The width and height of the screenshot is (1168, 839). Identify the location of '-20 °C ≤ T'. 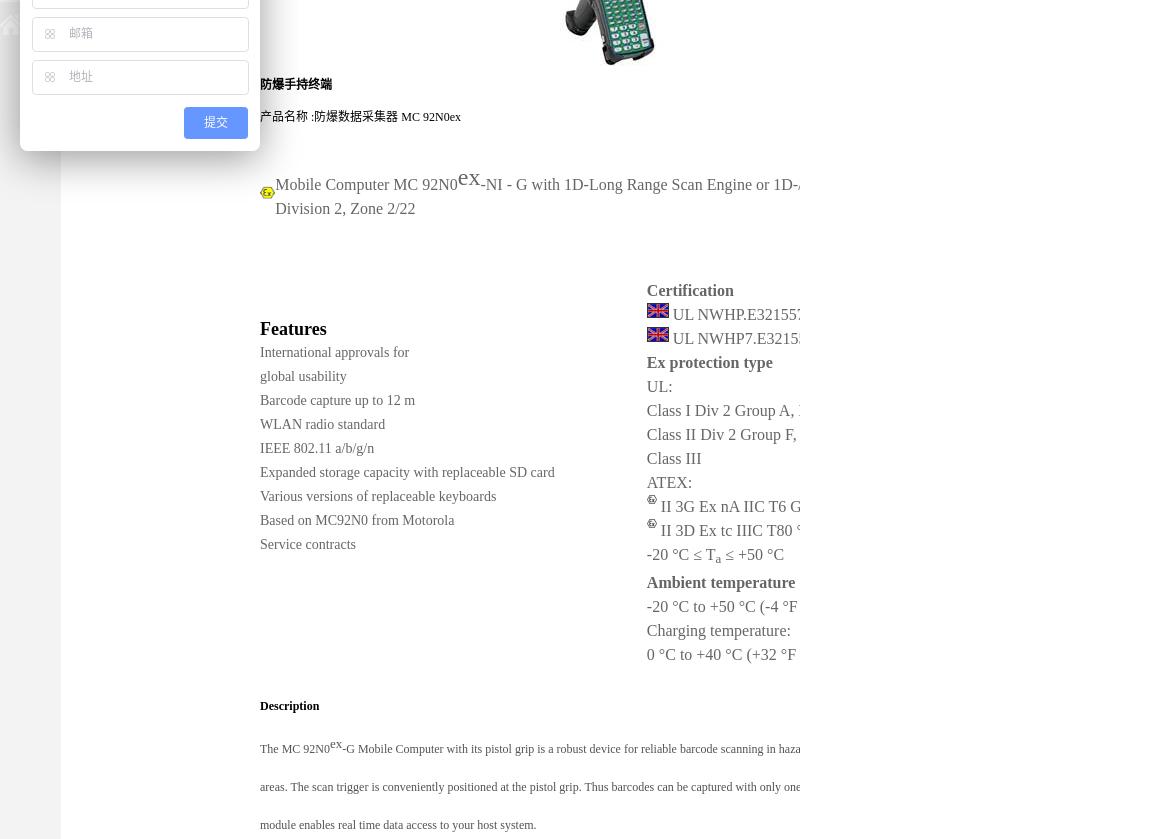
(679, 553).